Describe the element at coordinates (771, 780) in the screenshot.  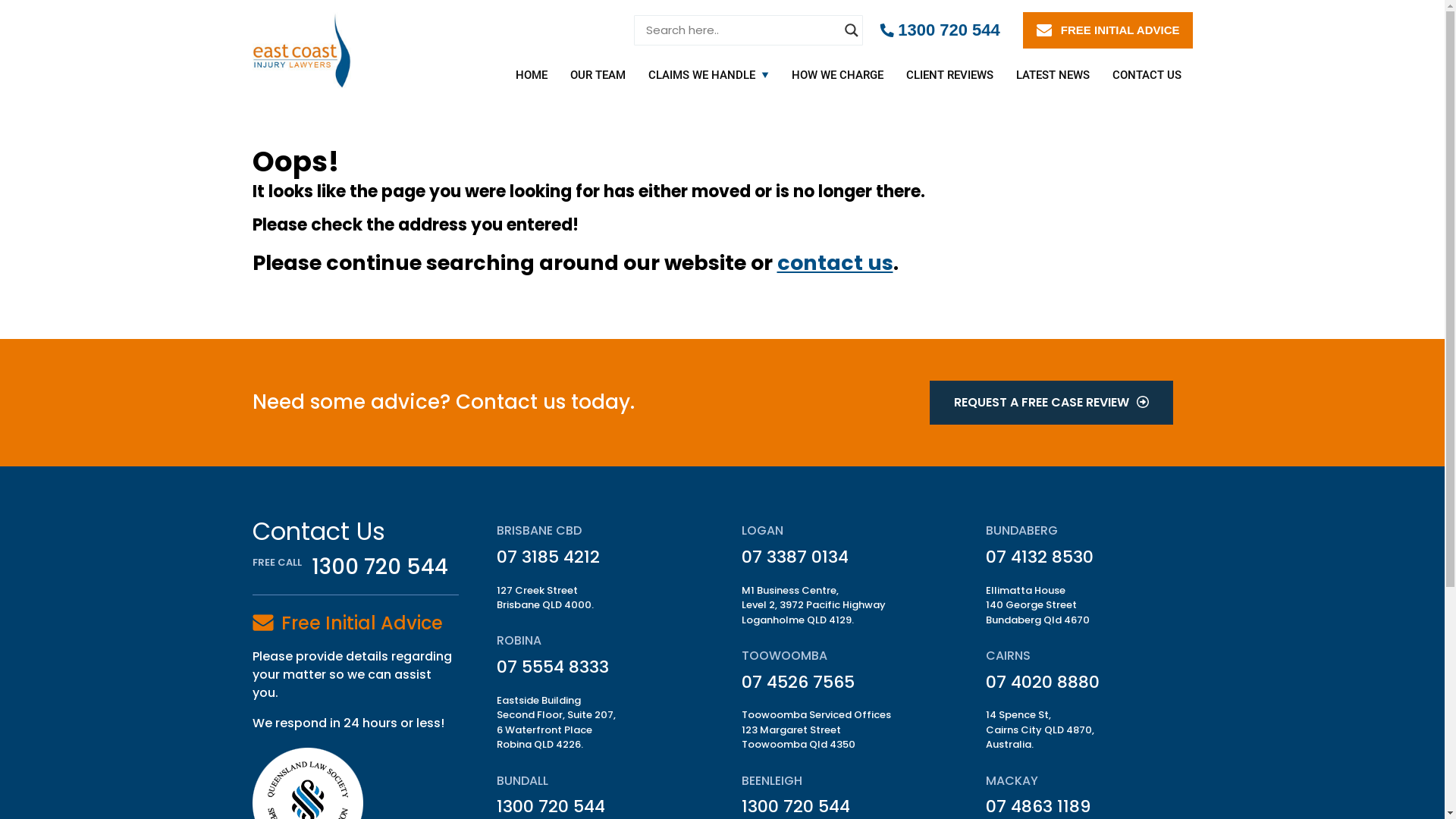
I see `'BEENLEIGH'` at that location.